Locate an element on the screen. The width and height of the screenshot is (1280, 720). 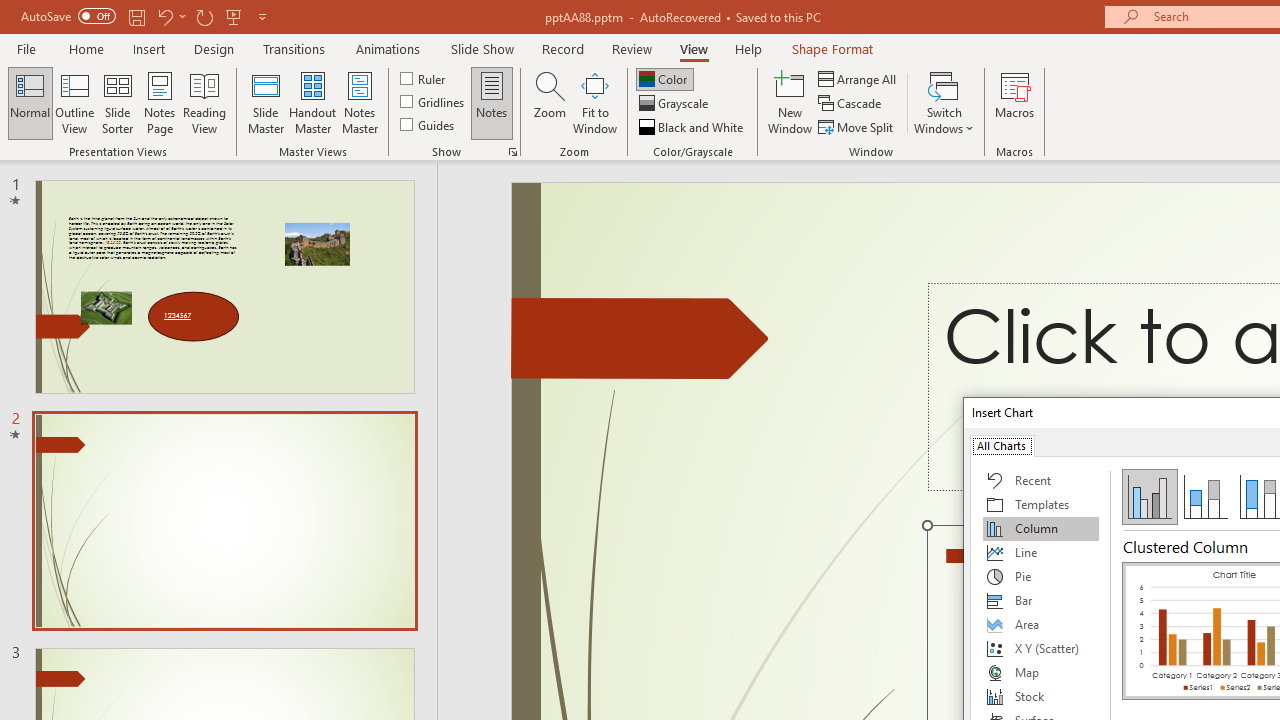
'Handout Master' is located at coordinates (311, 103).